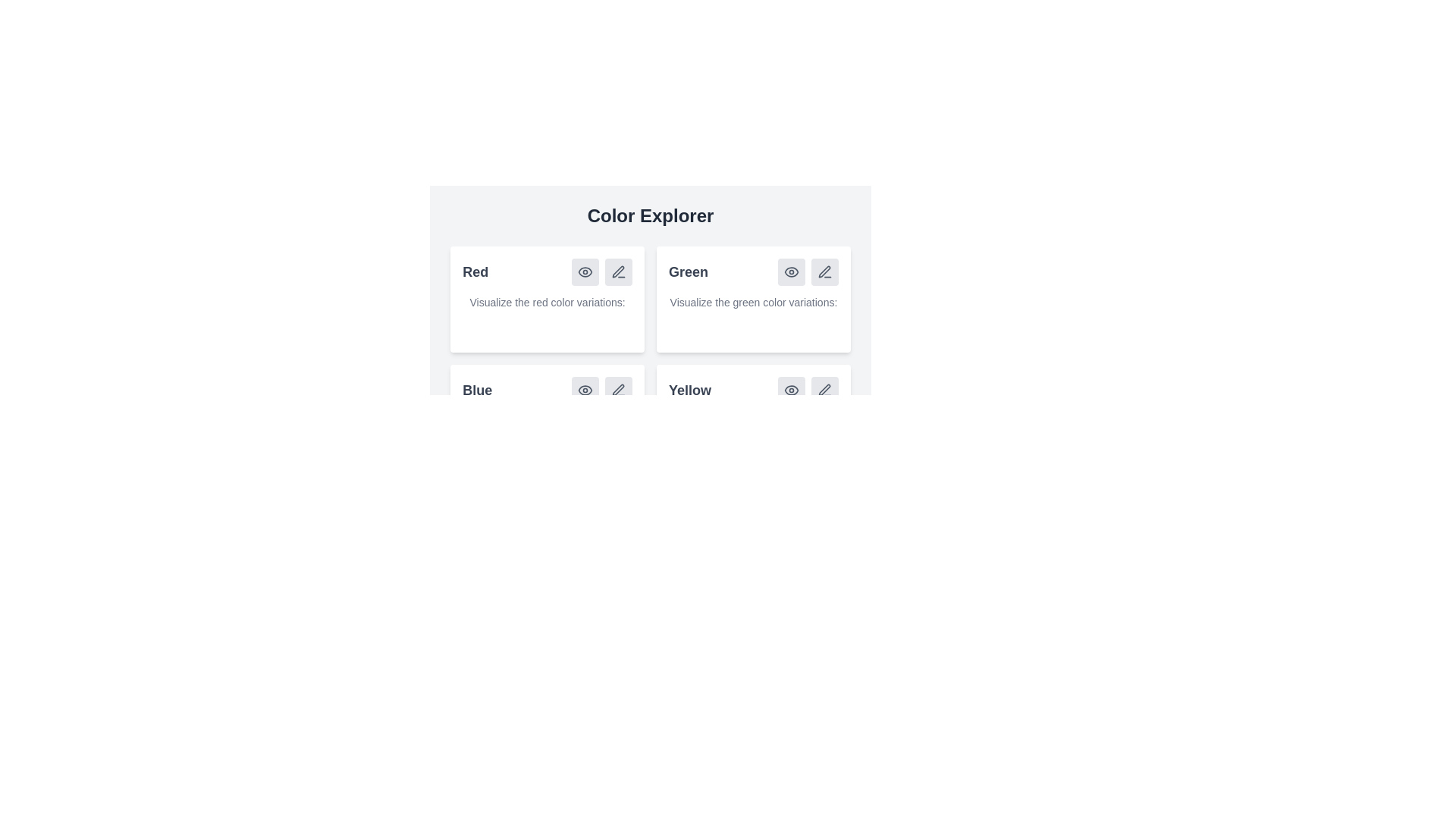 The width and height of the screenshot is (1456, 819). What do you see at coordinates (585, 390) in the screenshot?
I see `the eye icon located in the 'Blue' color section of the 'Color Explorer' interface` at bounding box center [585, 390].